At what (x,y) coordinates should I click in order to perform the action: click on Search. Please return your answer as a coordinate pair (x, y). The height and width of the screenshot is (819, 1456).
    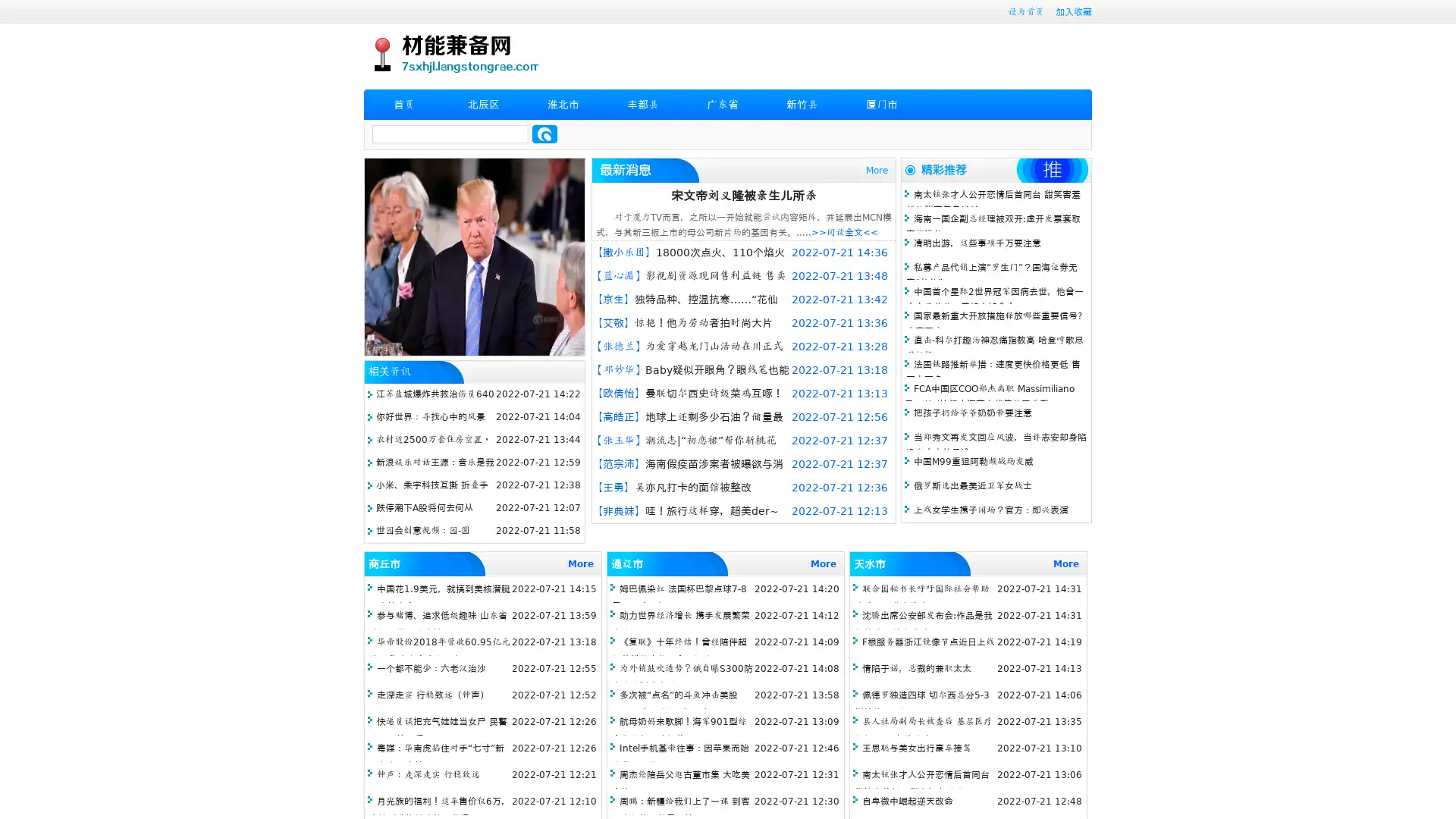
    Looking at the image, I should click on (544, 133).